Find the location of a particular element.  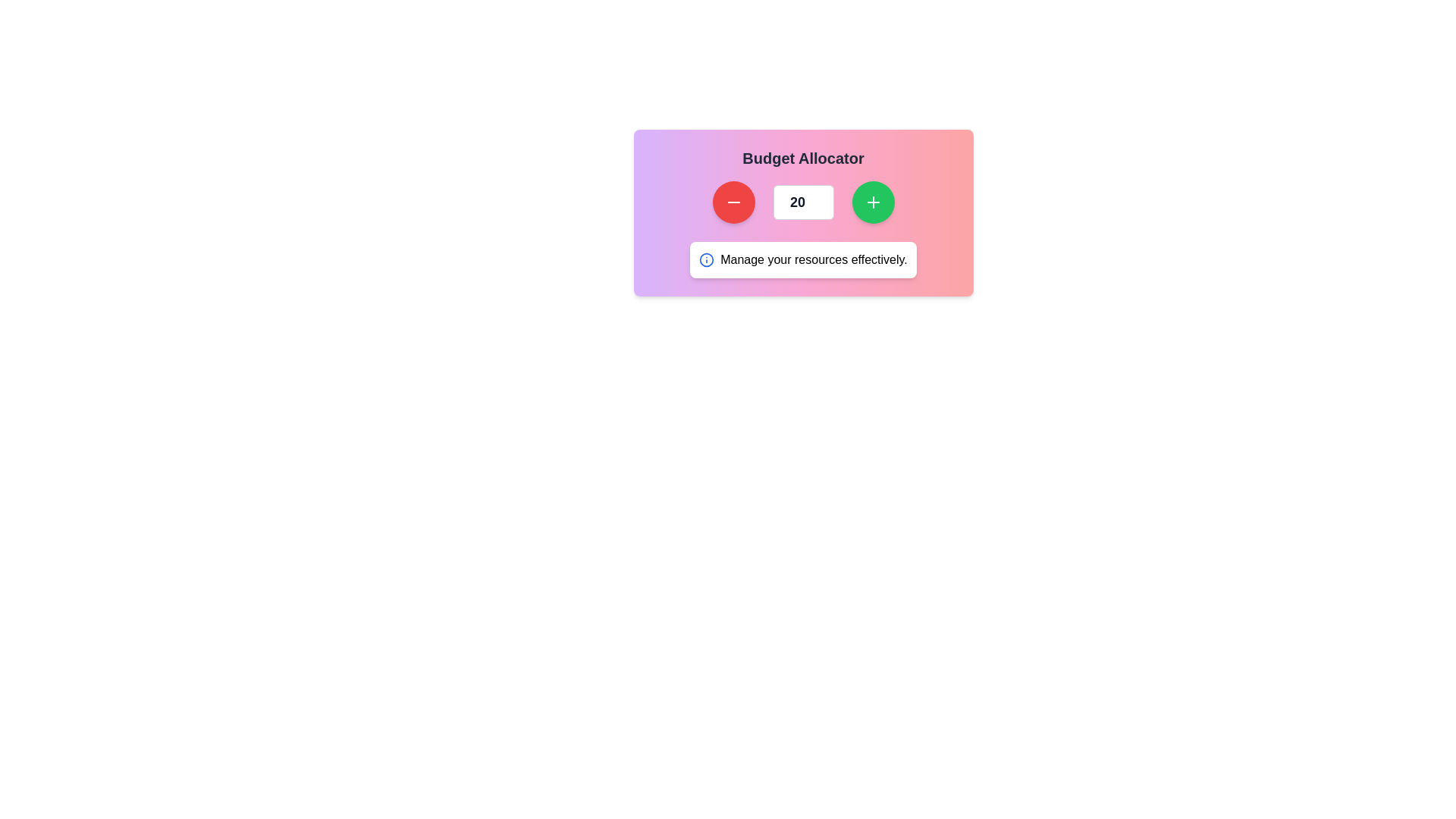

the leftmost red button in the horizontal group to decrease the number in the adjacent input box is located at coordinates (733, 201).